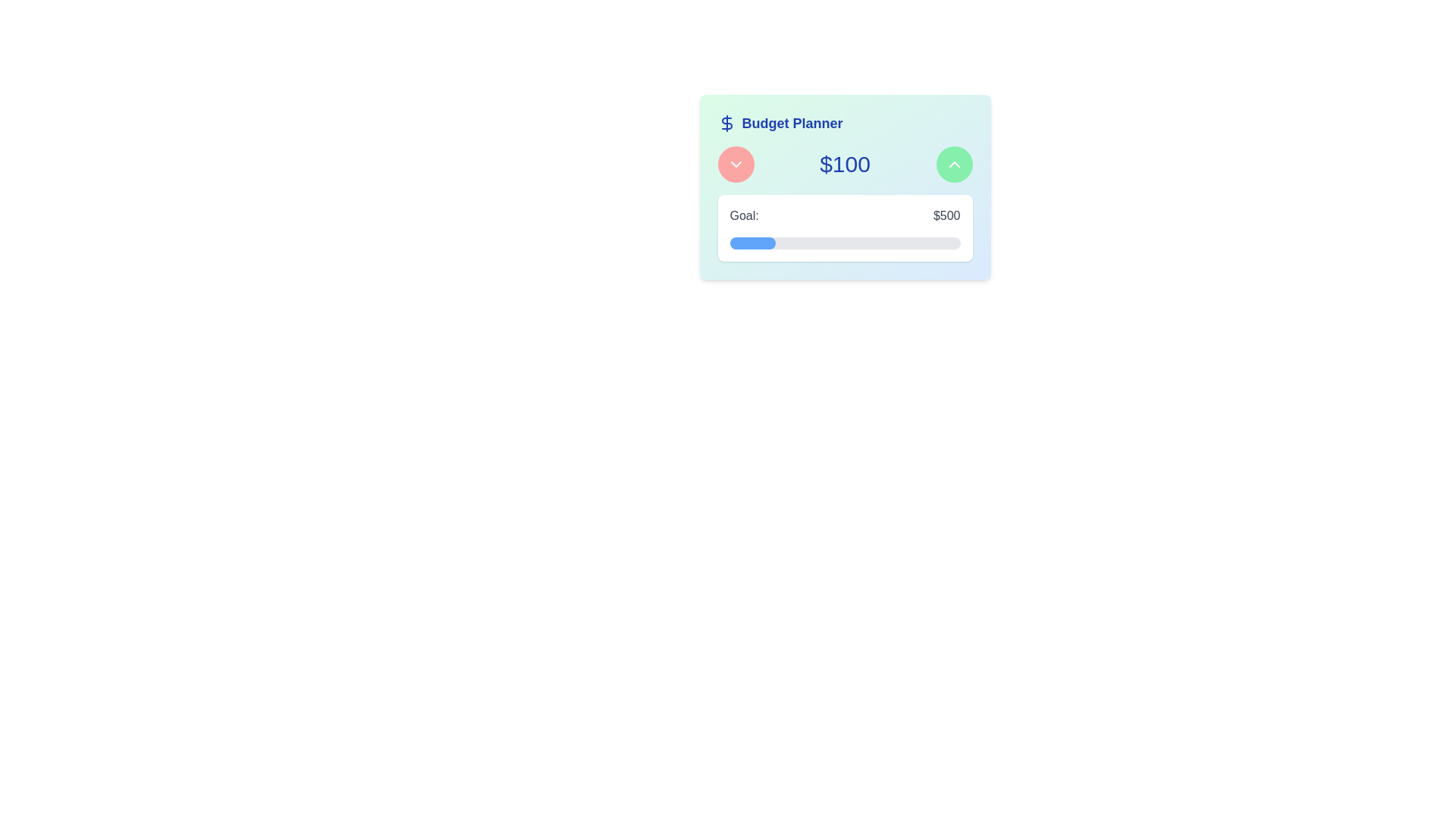  Describe the element at coordinates (953, 164) in the screenshot. I see `the icon embedded in the green button located in the upper-right corner of the 'Budget Planner' card for keyboard navigation` at that location.